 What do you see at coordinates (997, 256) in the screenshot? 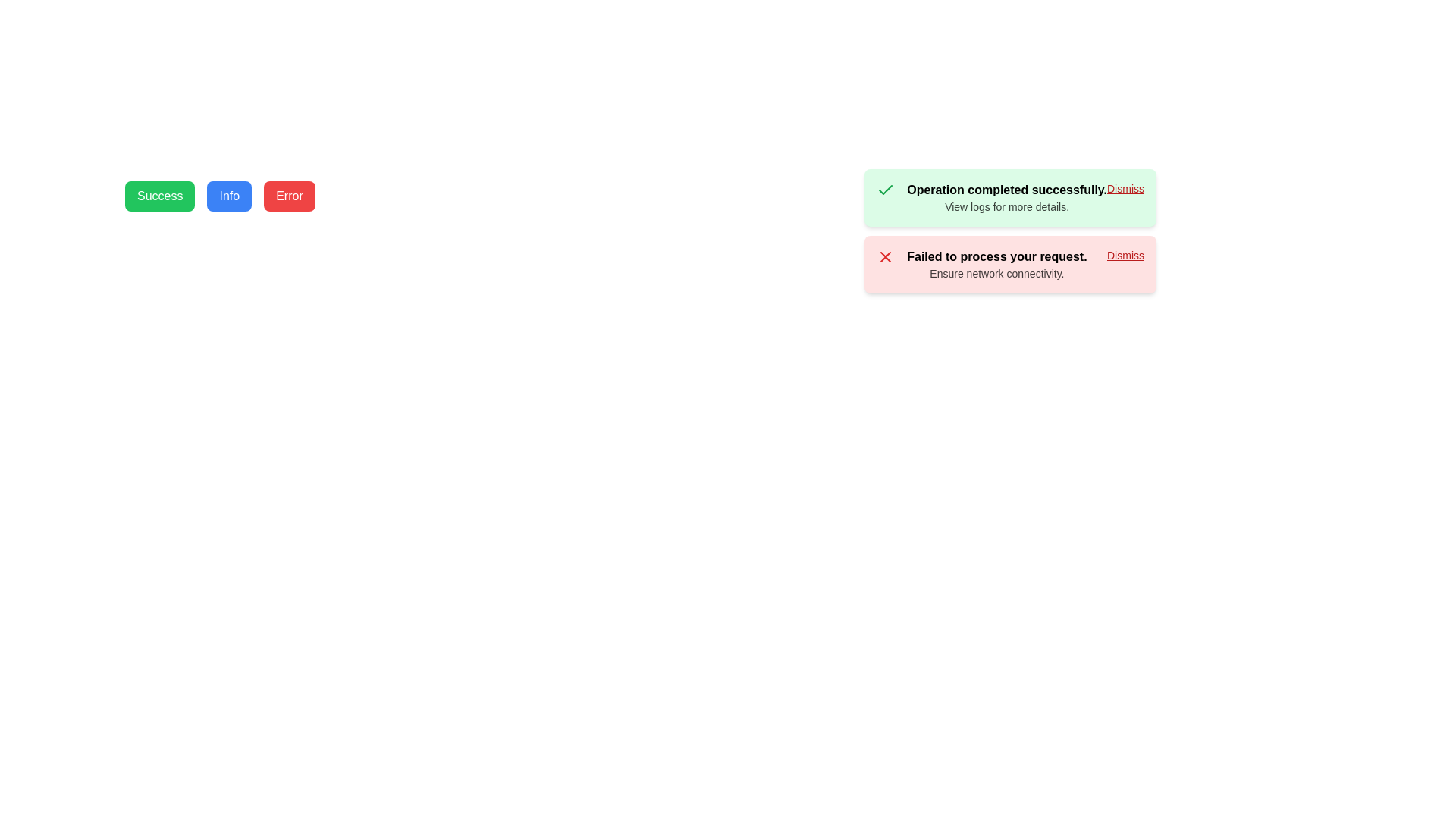
I see `error message displayed in the bold text 'Failed to process your request.' which is located in the second notification box with a red background` at bounding box center [997, 256].